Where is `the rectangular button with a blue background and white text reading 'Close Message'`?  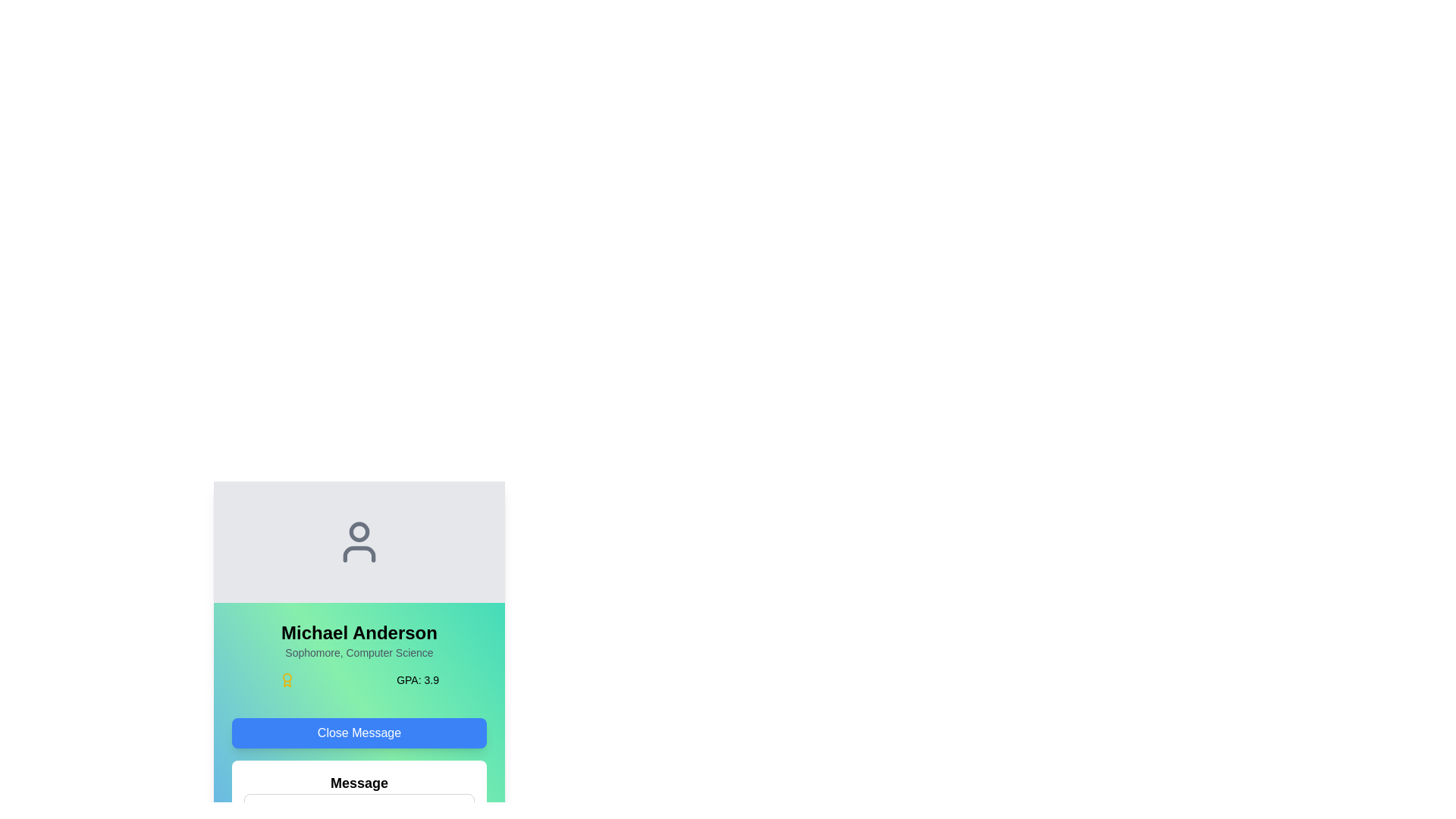
the rectangular button with a blue background and white text reading 'Close Message' is located at coordinates (359, 733).